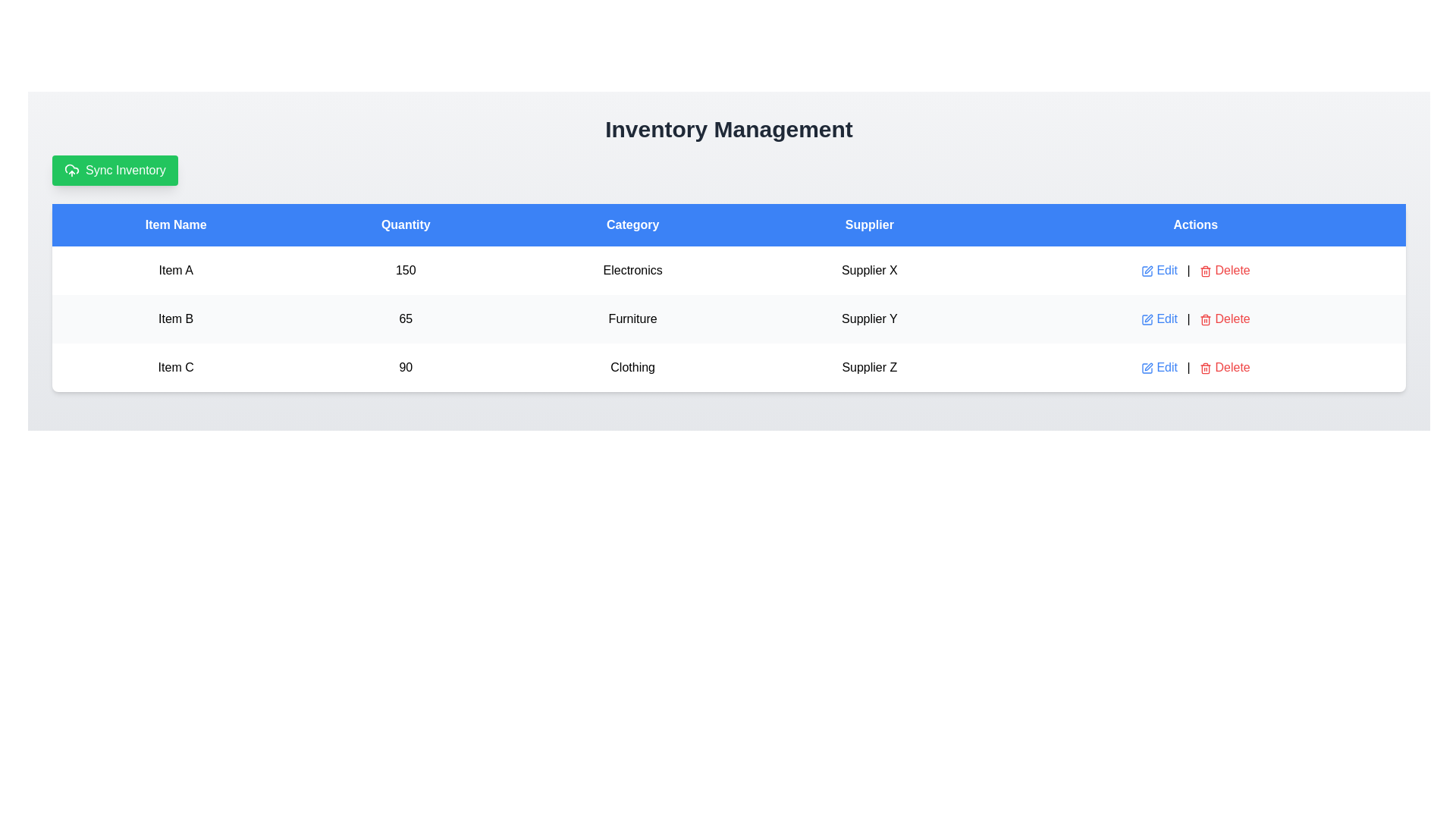 Image resolution: width=1456 pixels, height=819 pixels. What do you see at coordinates (114, 170) in the screenshot?
I see `the synchronization button located below the 'Inventory Management' header` at bounding box center [114, 170].